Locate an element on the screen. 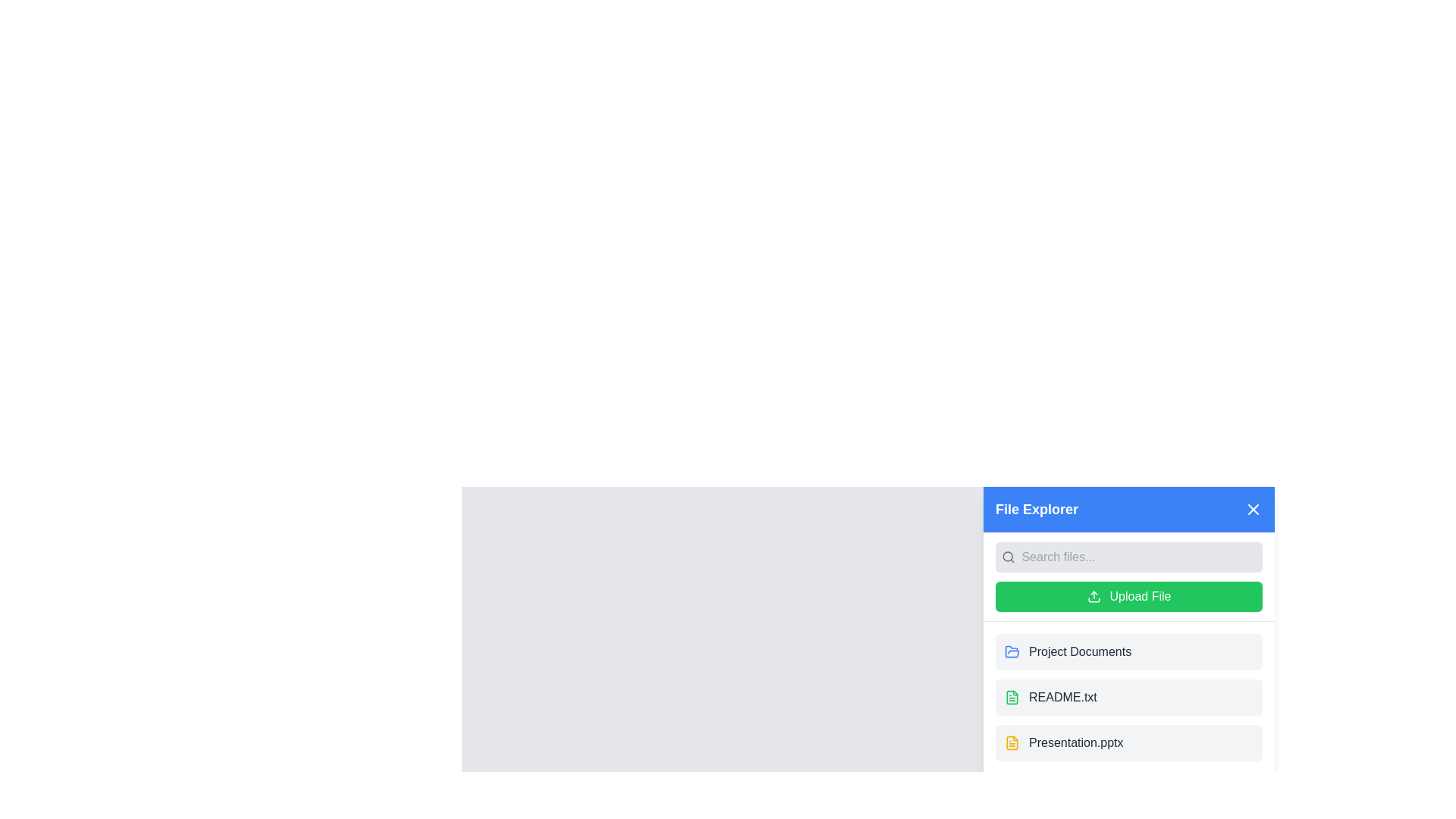 The image size is (1456, 819). the 'Upload File' button with a green background and white text to initiate the file upload process is located at coordinates (1128, 595).